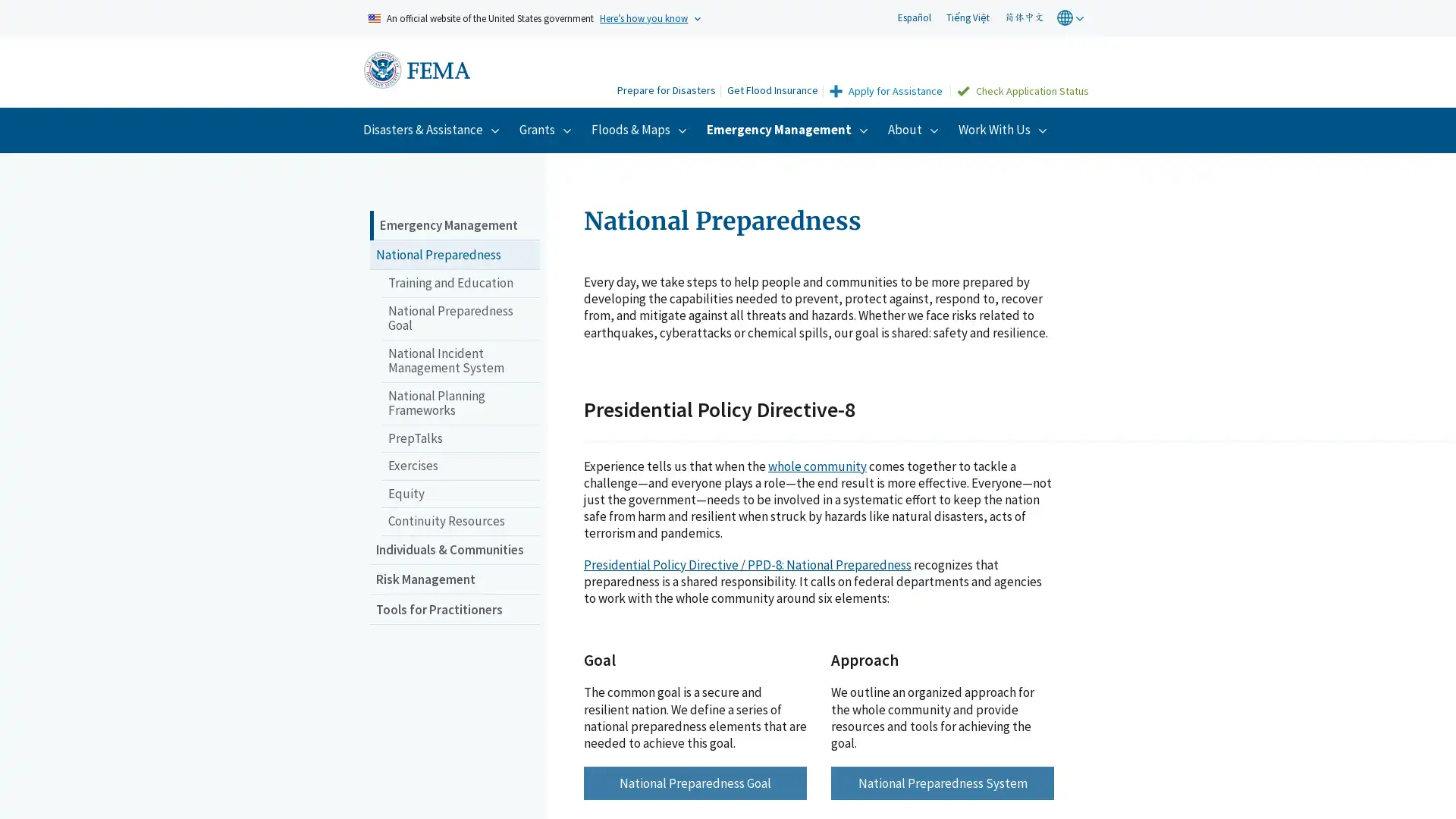  I want to click on Disasters & Assistance, so click(432, 128).